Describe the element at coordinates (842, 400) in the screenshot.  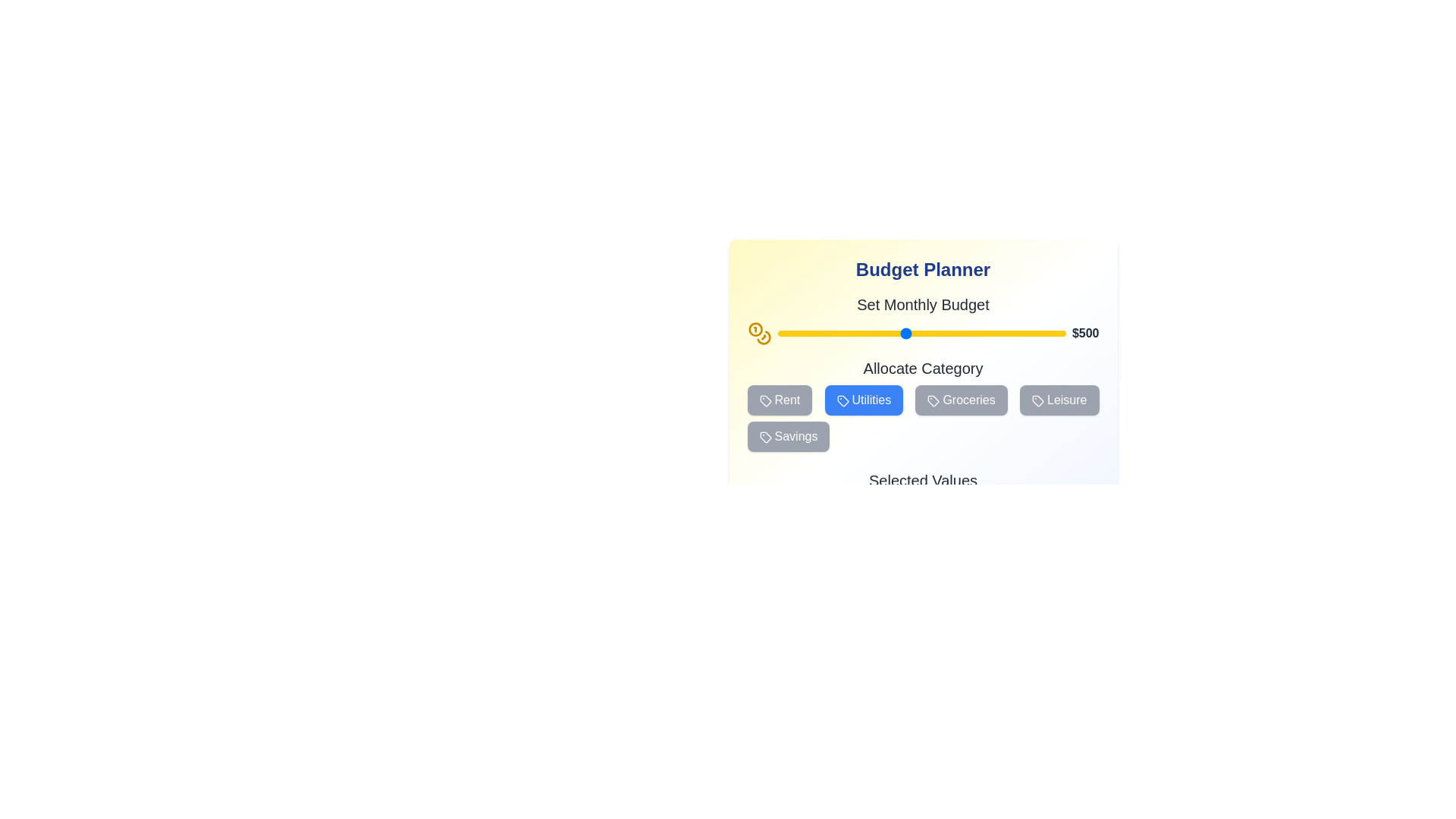
I see `the blue tag icon located to the left of the text 'Utilities' in the 'Allocate Category' section` at that location.